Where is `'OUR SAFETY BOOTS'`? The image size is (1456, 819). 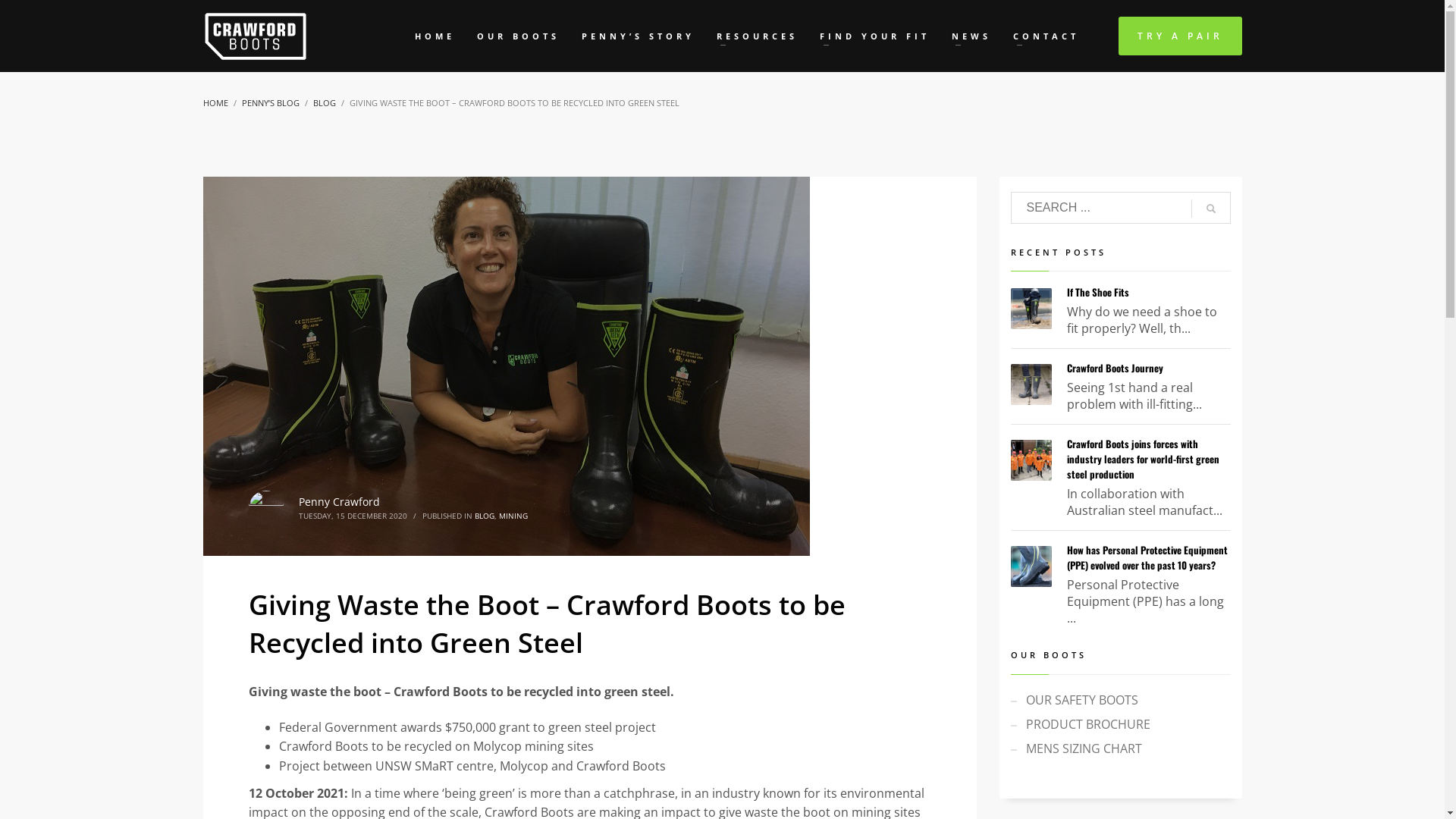 'OUR SAFETY BOOTS' is located at coordinates (1120, 699).